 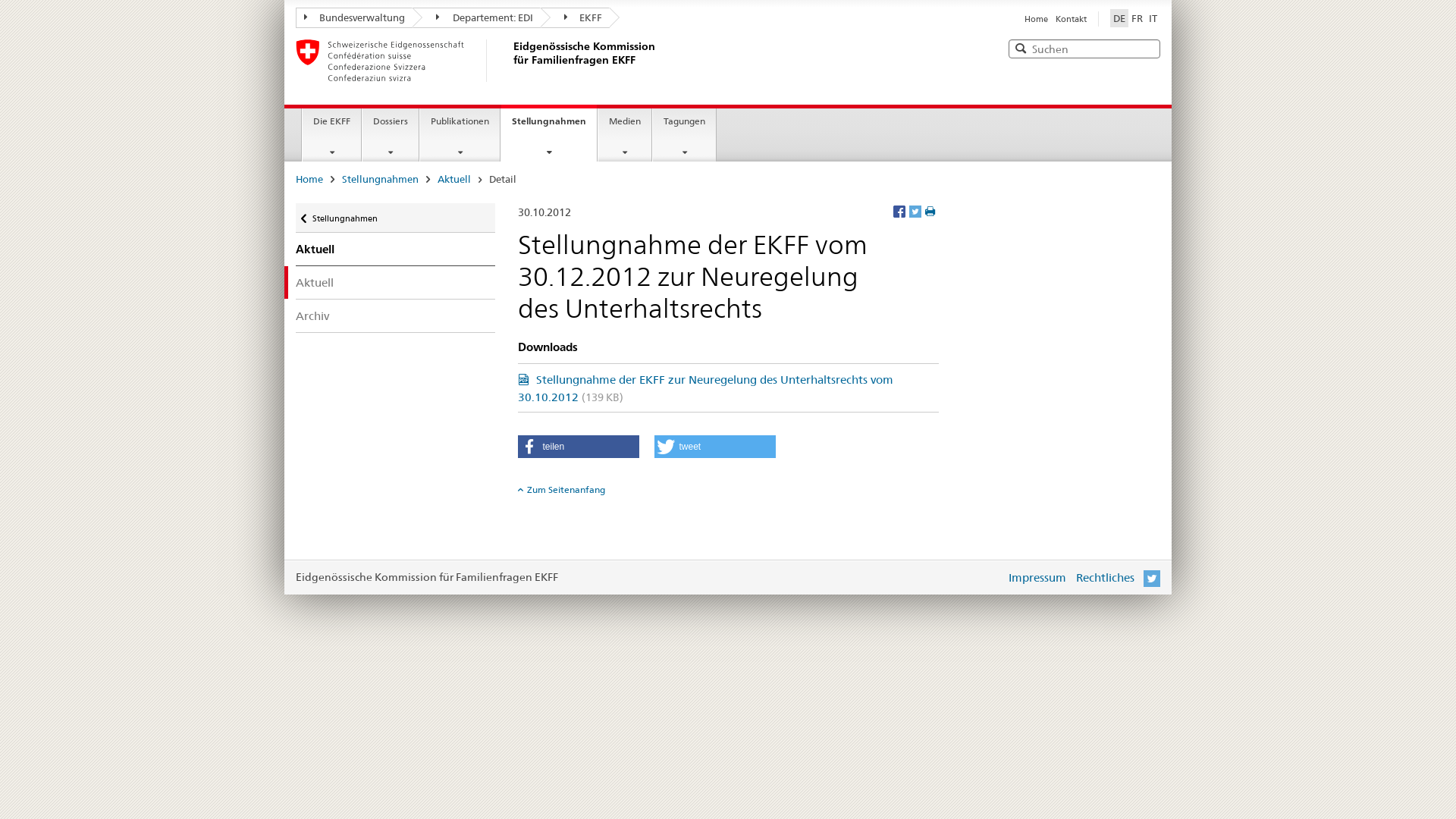 What do you see at coordinates (453, 177) in the screenshot?
I see `'Aktuell'` at bounding box center [453, 177].